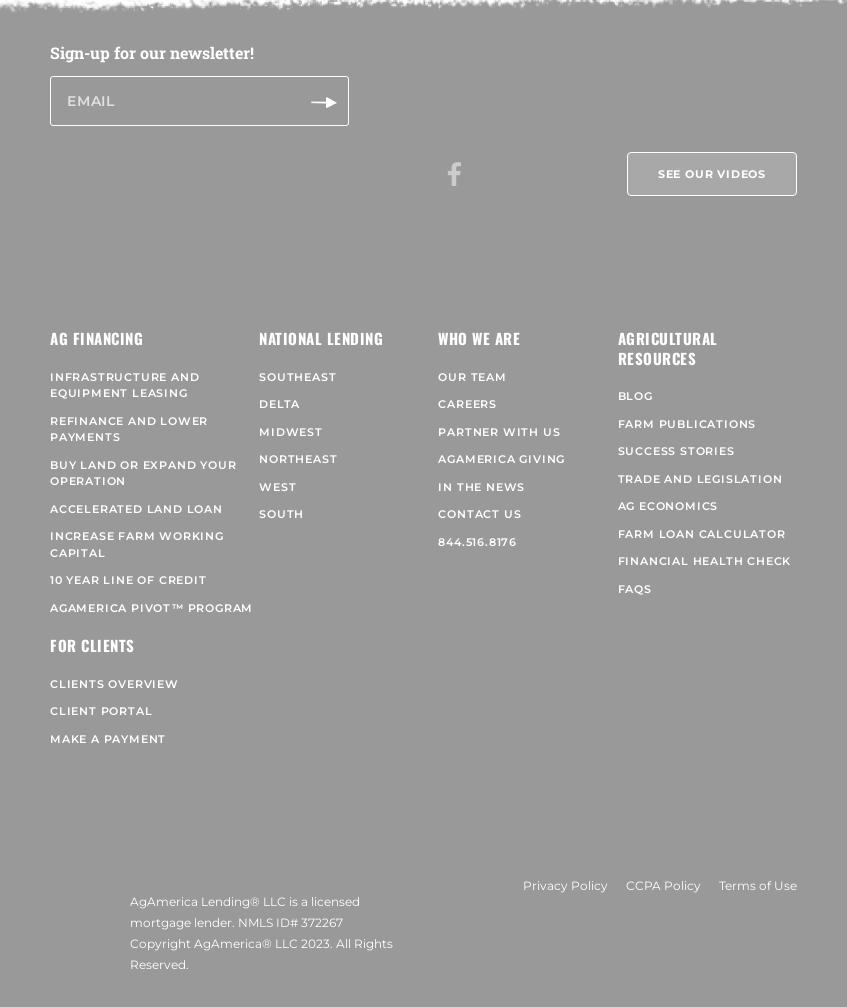  Describe the element at coordinates (756, 872) in the screenshot. I see `'Terms of Use'` at that location.